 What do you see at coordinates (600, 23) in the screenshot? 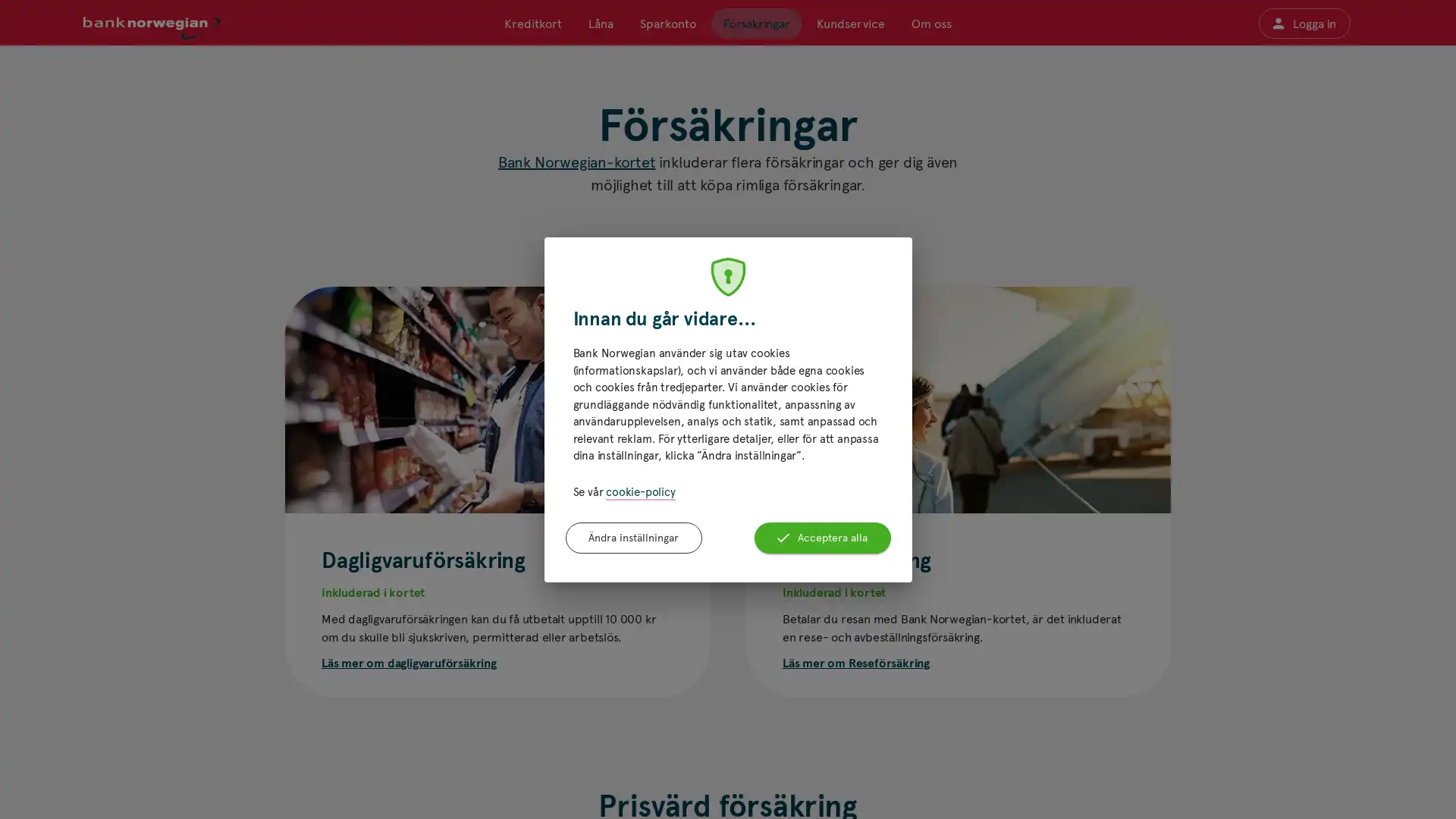
I see `Lana` at bounding box center [600, 23].